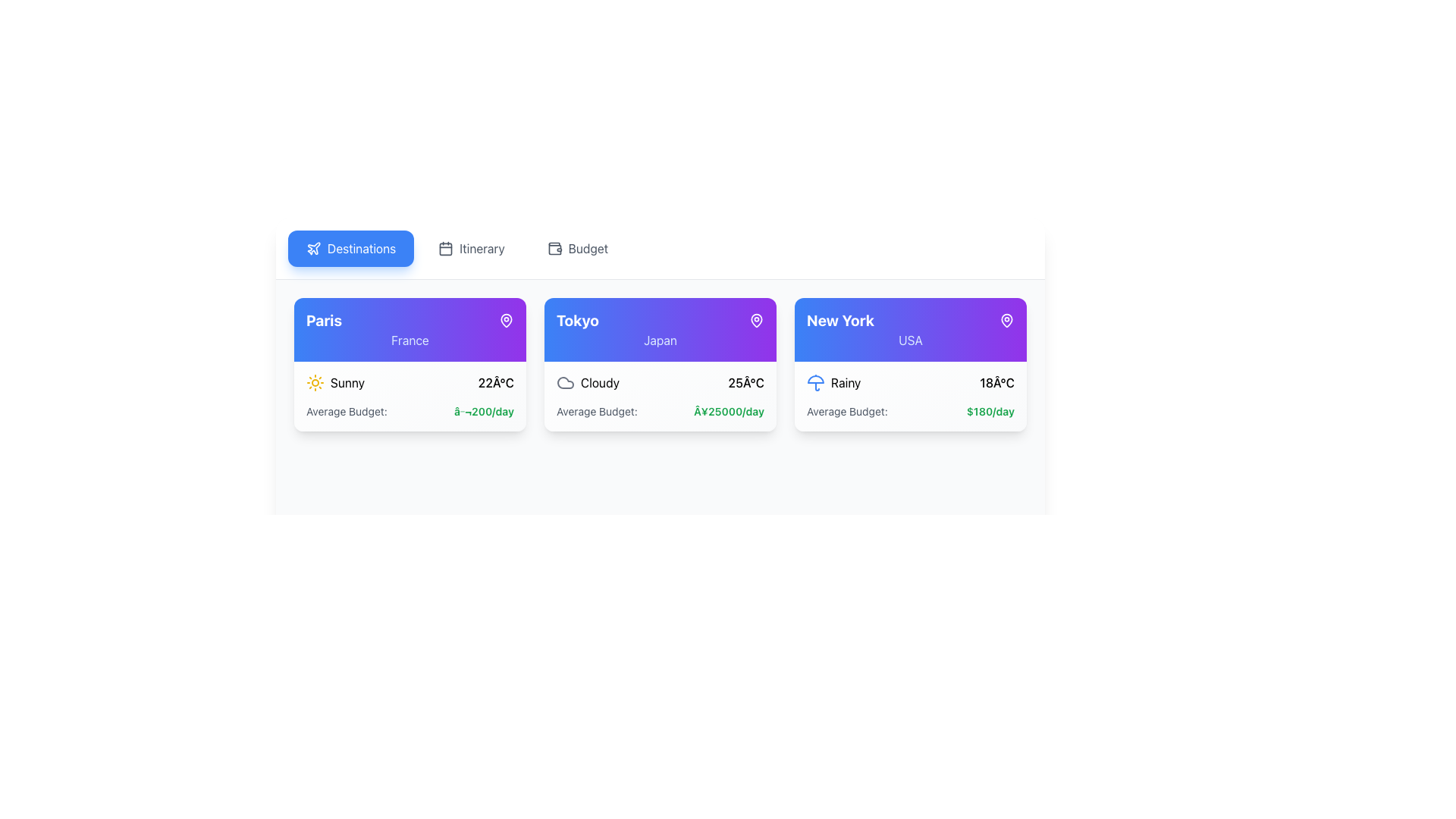 This screenshot has width=1456, height=819. I want to click on the text label "Cloudy" located in the bottom-left portion of the Tokyo weather report card, positioned immediately to the right of the cloud icon, so click(599, 382).